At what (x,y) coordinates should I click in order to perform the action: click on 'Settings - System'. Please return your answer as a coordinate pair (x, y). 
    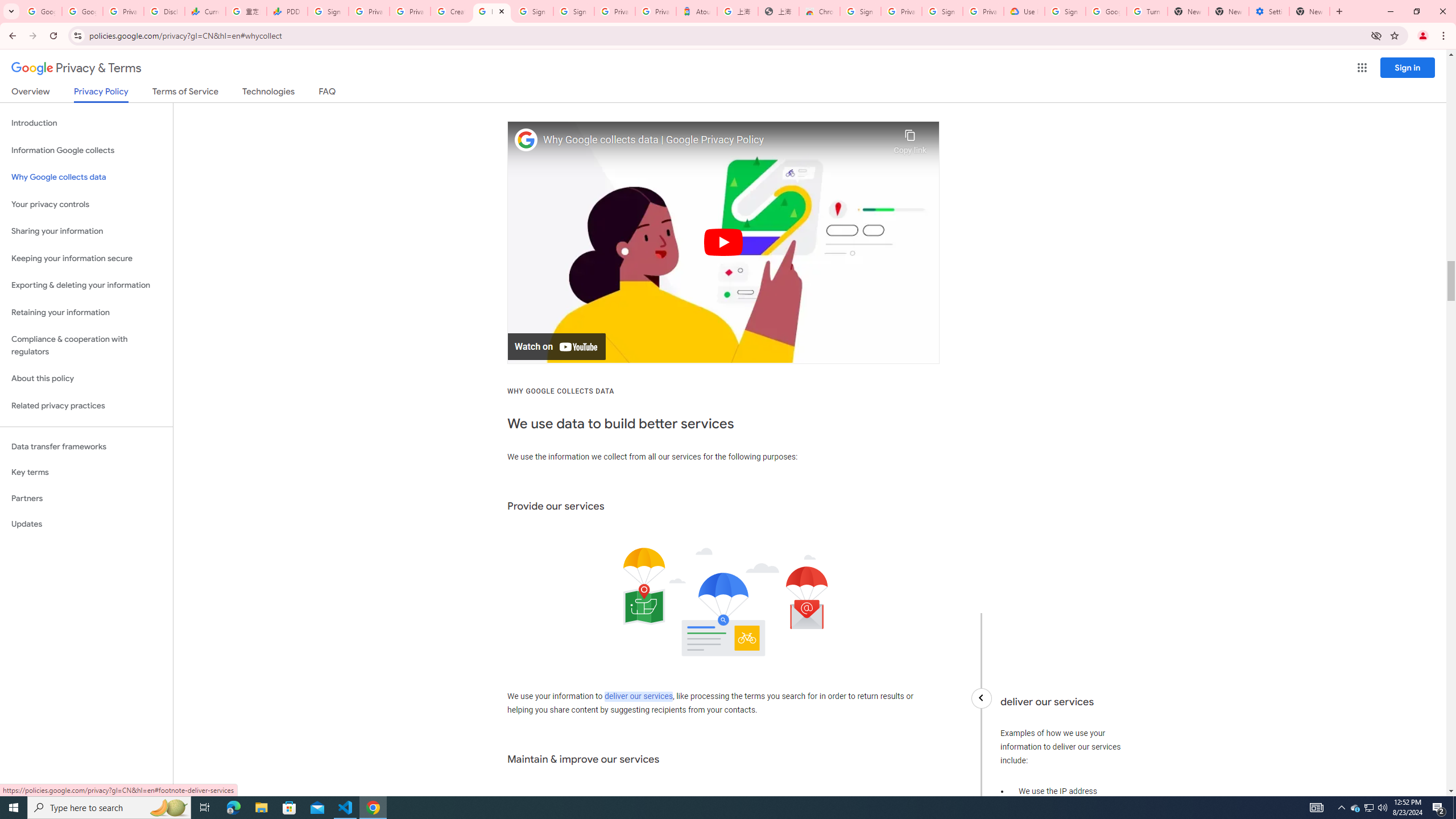
    Looking at the image, I should click on (1268, 11).